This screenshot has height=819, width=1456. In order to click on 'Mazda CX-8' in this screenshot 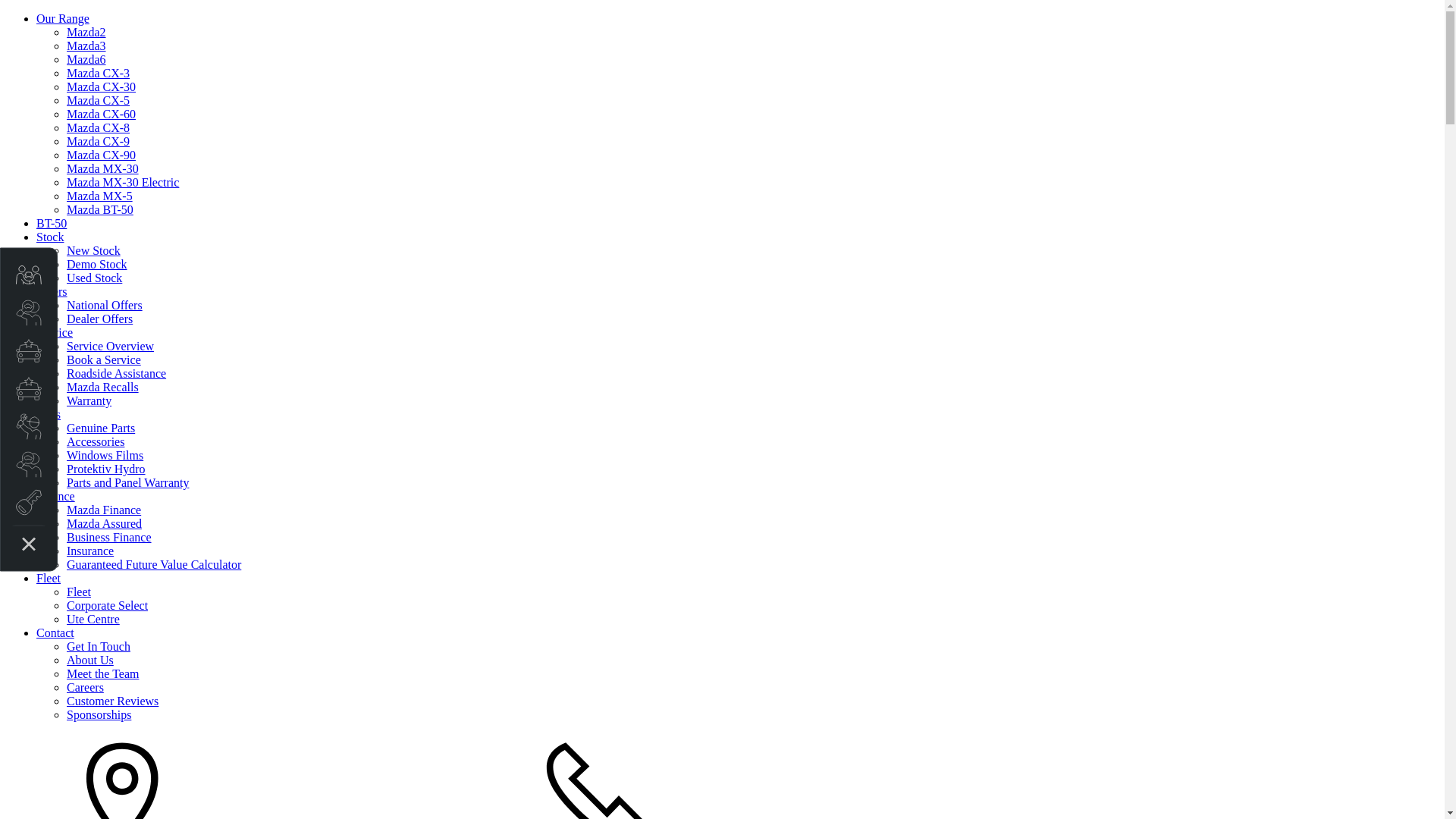, I will do `click(97, 127)`.